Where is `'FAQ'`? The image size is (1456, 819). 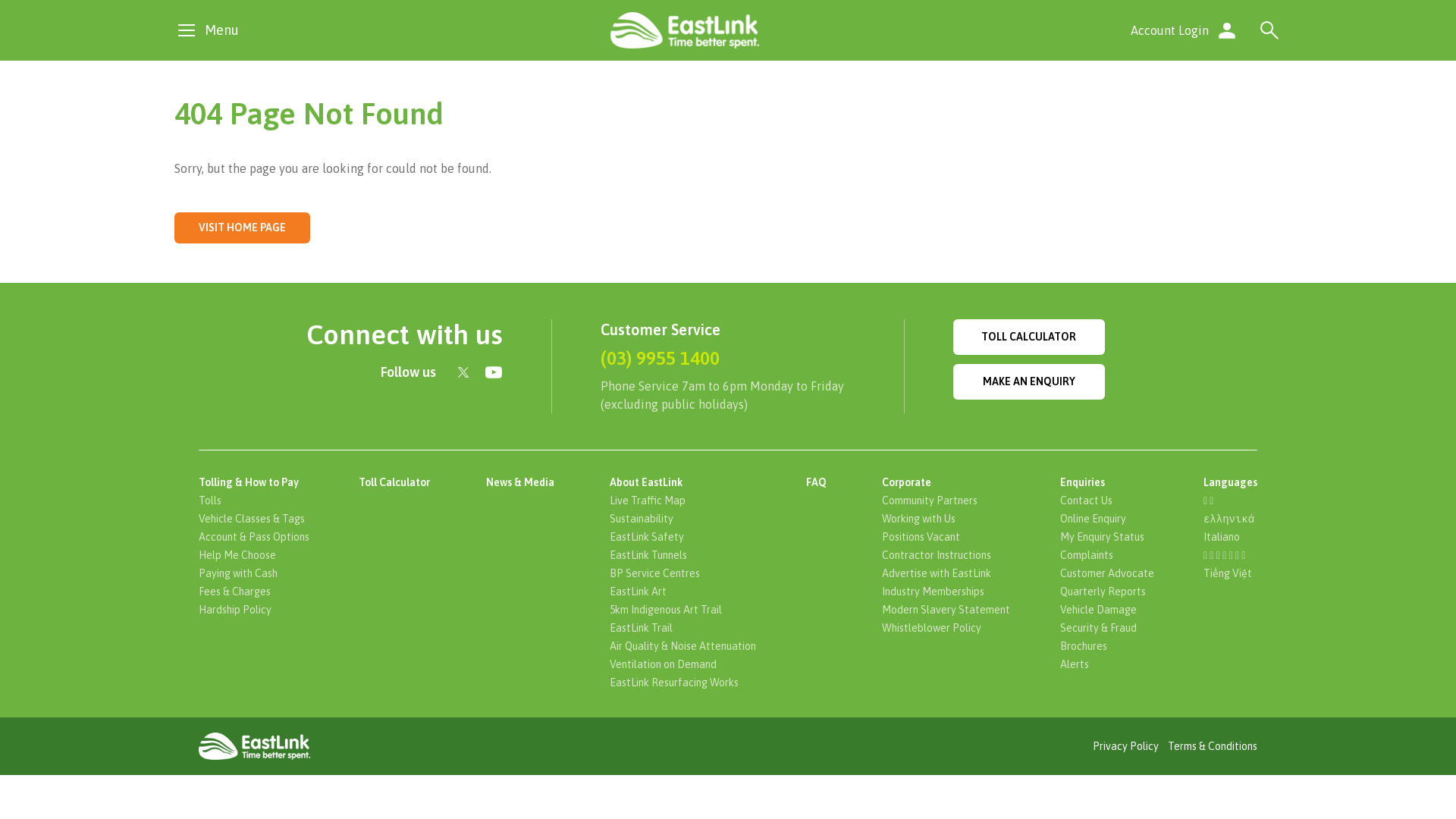 'FAQ' is located at coordinates (824, 482).